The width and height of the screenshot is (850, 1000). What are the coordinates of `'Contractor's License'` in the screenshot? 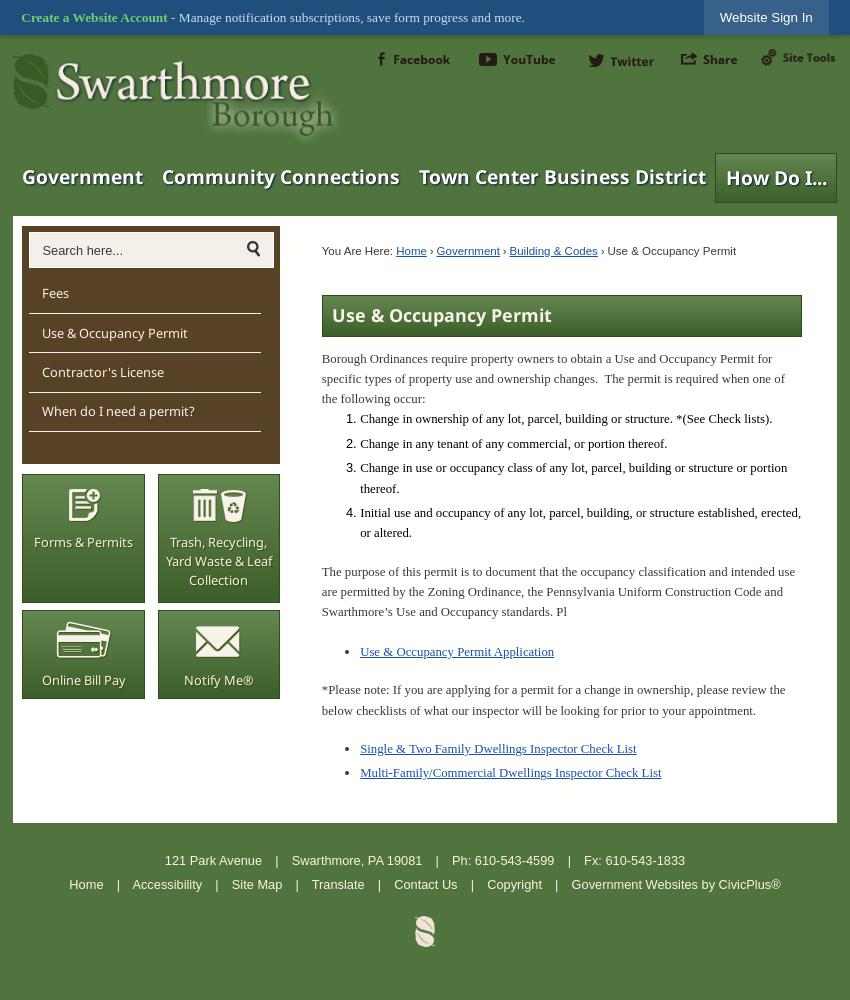 It's located at (101, 370).